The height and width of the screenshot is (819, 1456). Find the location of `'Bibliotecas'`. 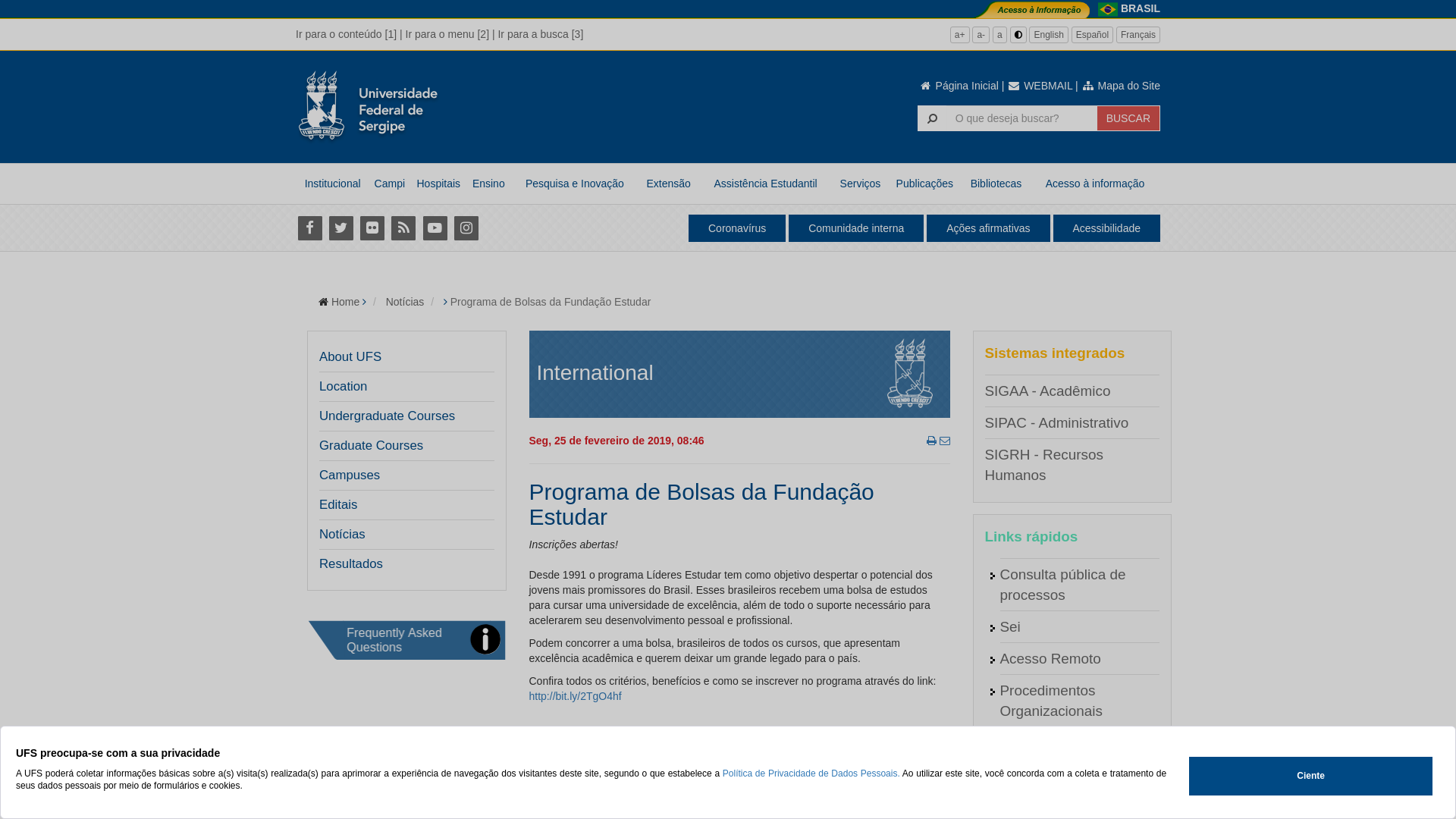

'Bibliotecas' is located at coordinates (996, 183).